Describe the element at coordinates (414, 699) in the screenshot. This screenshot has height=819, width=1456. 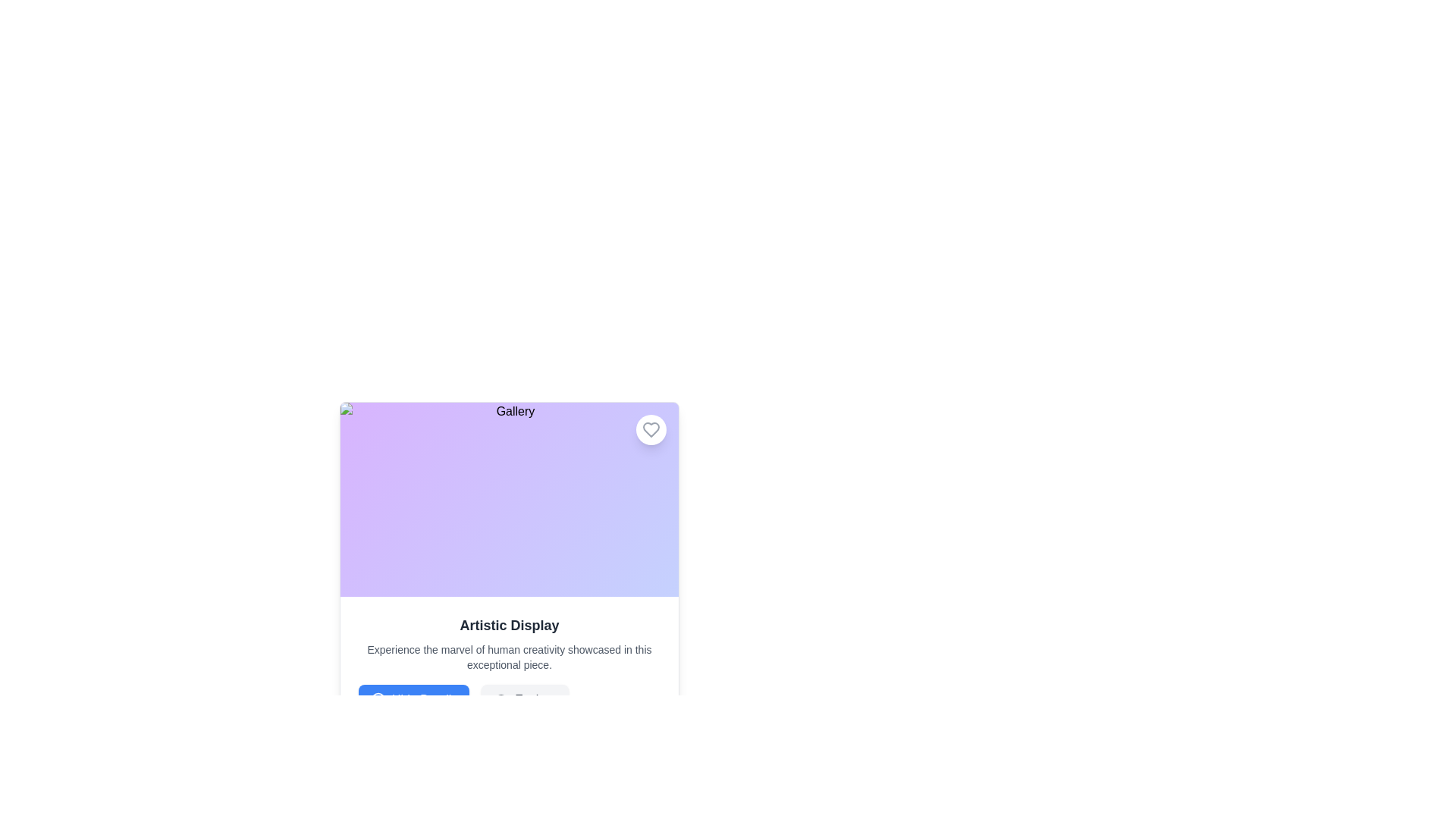
I see `the 'Hide Details' button with a blue background and white text located in the lower central part of the card` at that location.